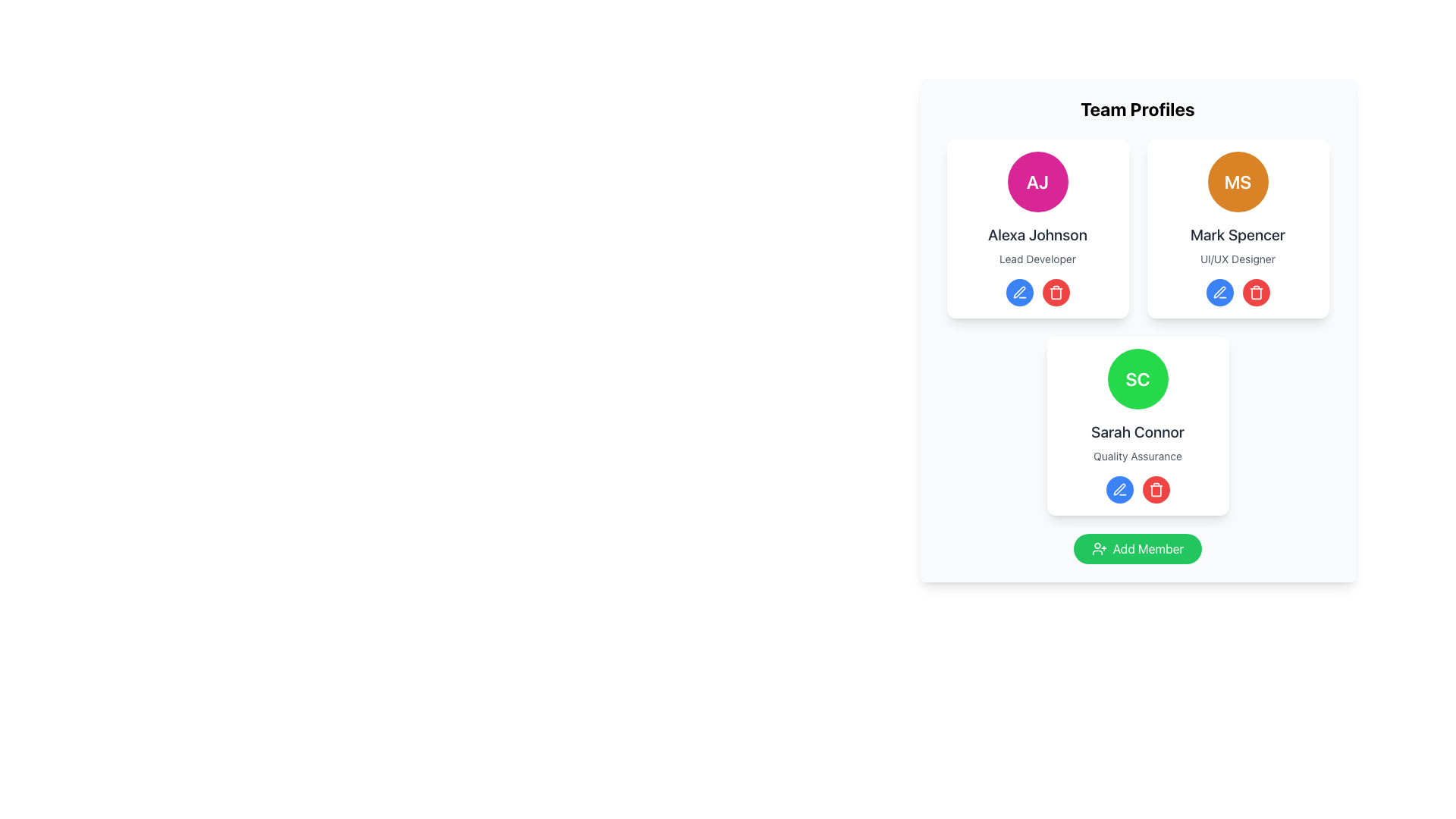 The image size is (1456, 819). I want to click on the 'Add Member' icon located on the left side of the green 'Add Member' button at the bottom of the 'Team Profiles' section, so click(1099, 549).